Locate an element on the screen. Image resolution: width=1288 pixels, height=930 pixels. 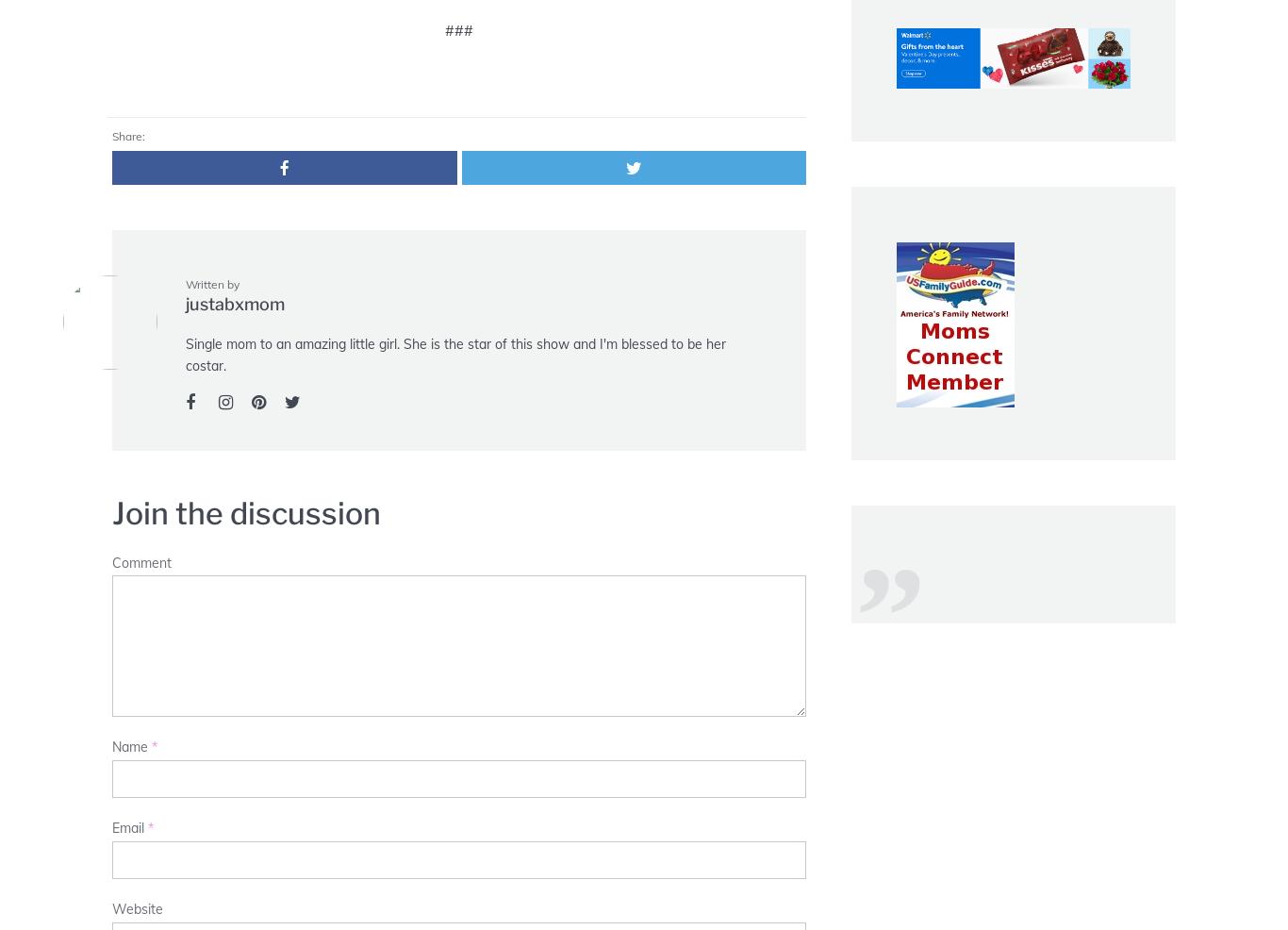
'justabxmom' is located at coordinates (235, 303).